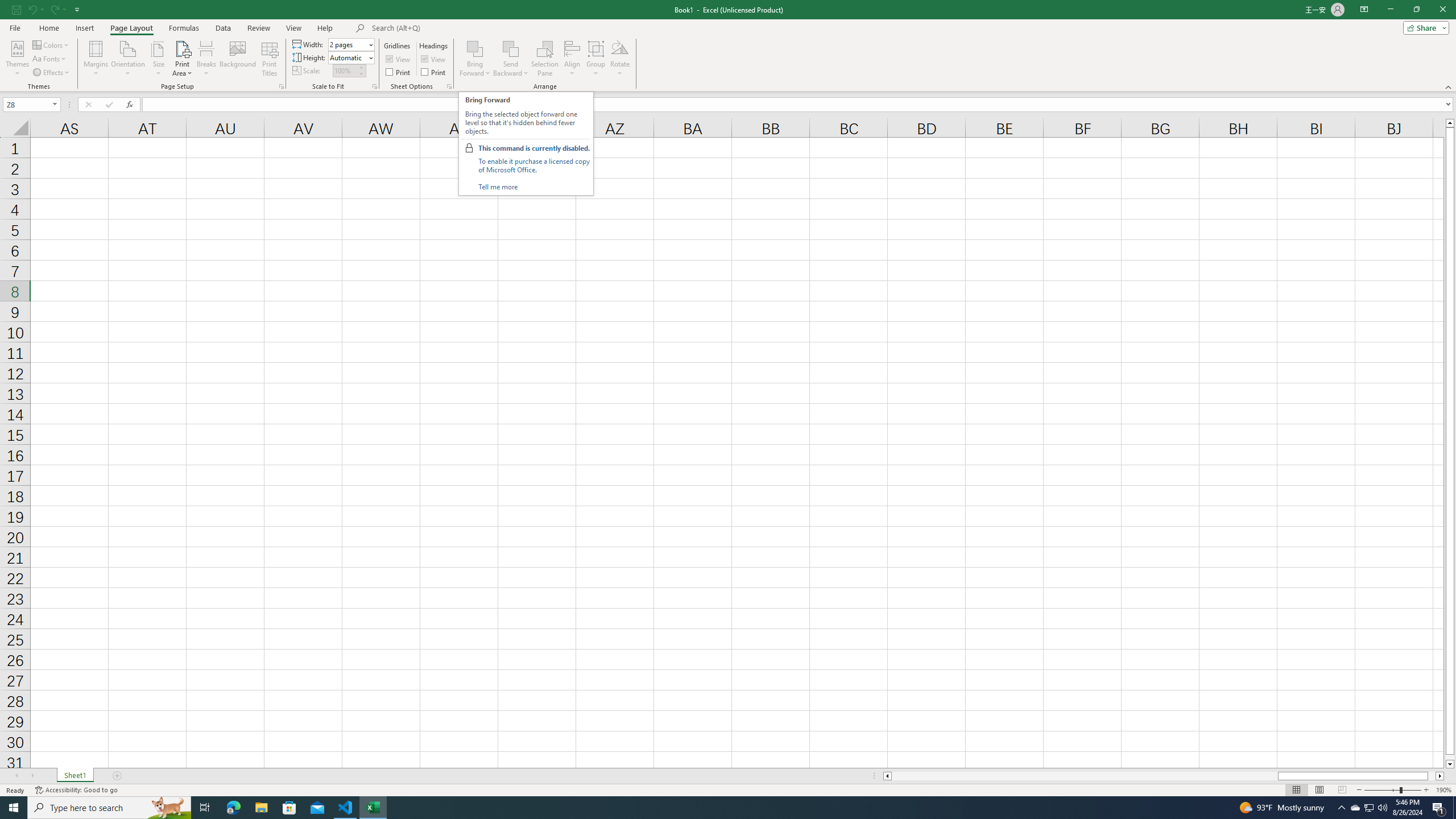 This screenshot has width=1456, height=819. I want to click on 'More', so click(360, 67).